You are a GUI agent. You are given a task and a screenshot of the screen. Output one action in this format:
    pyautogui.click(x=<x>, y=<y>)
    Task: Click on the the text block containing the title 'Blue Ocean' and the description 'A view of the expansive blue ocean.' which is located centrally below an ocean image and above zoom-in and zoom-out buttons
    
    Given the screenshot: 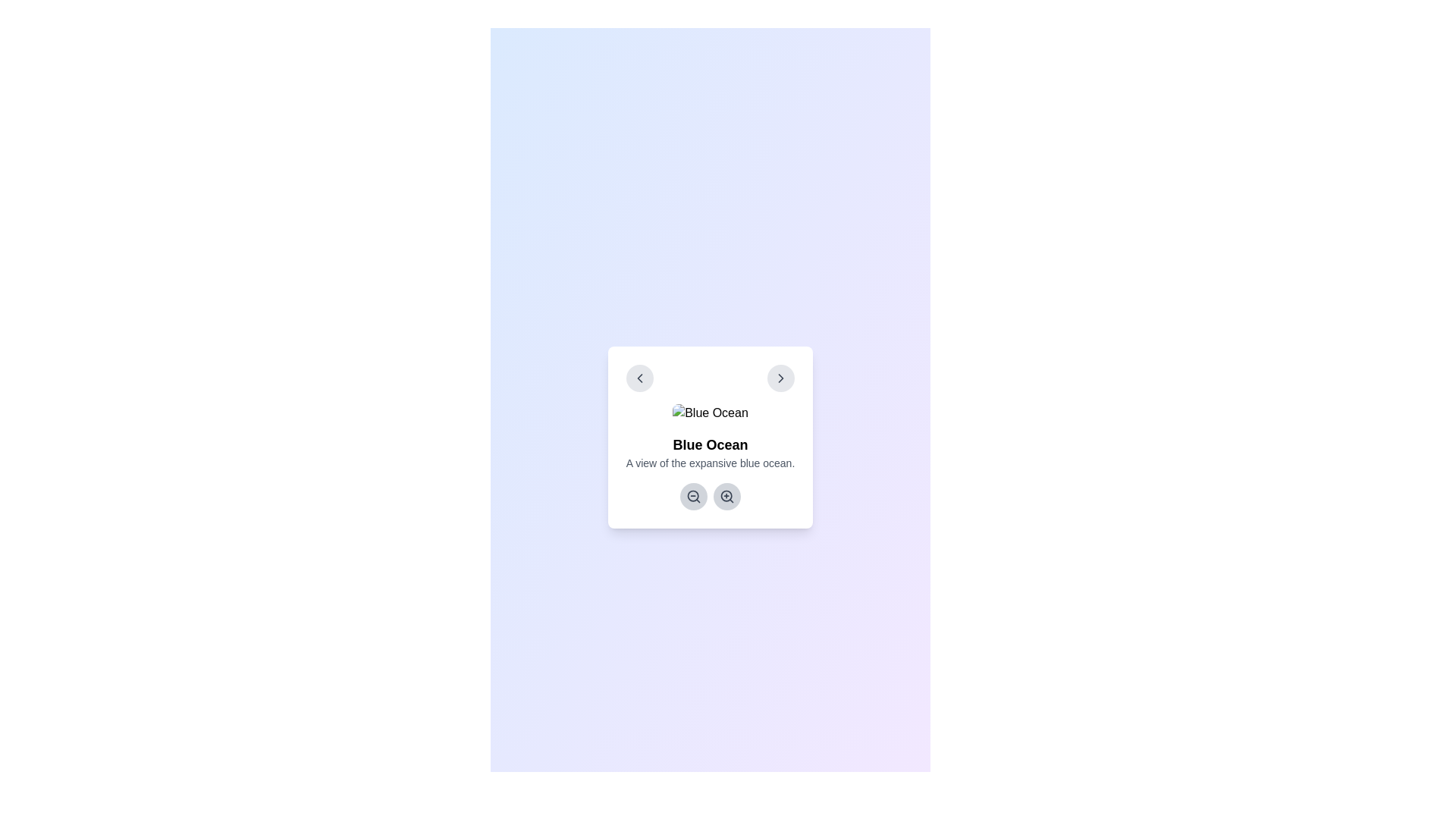 What is the action you would take?
    pyautogui.click(x=709, y=452)
    